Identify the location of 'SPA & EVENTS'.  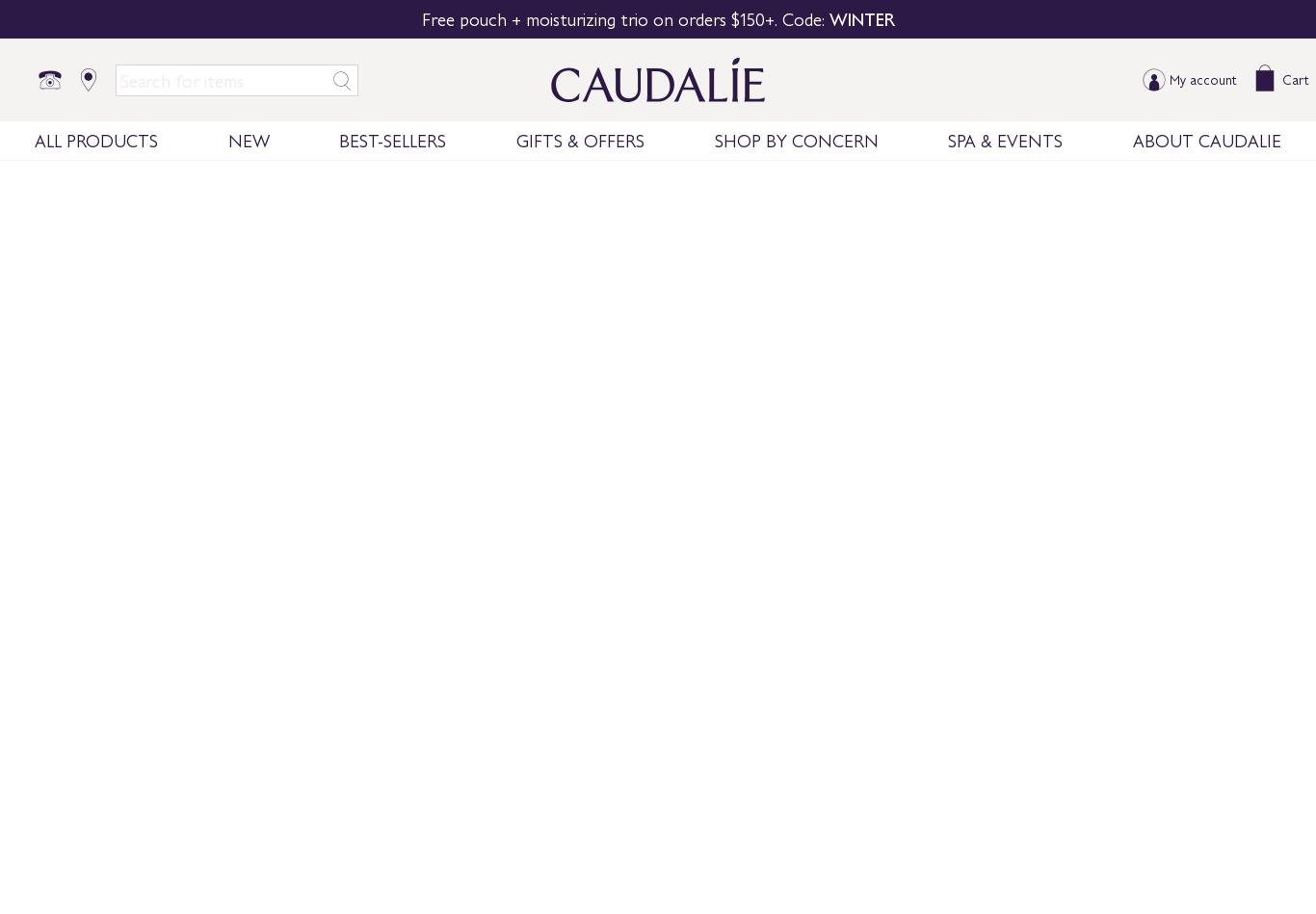
(948, 139).